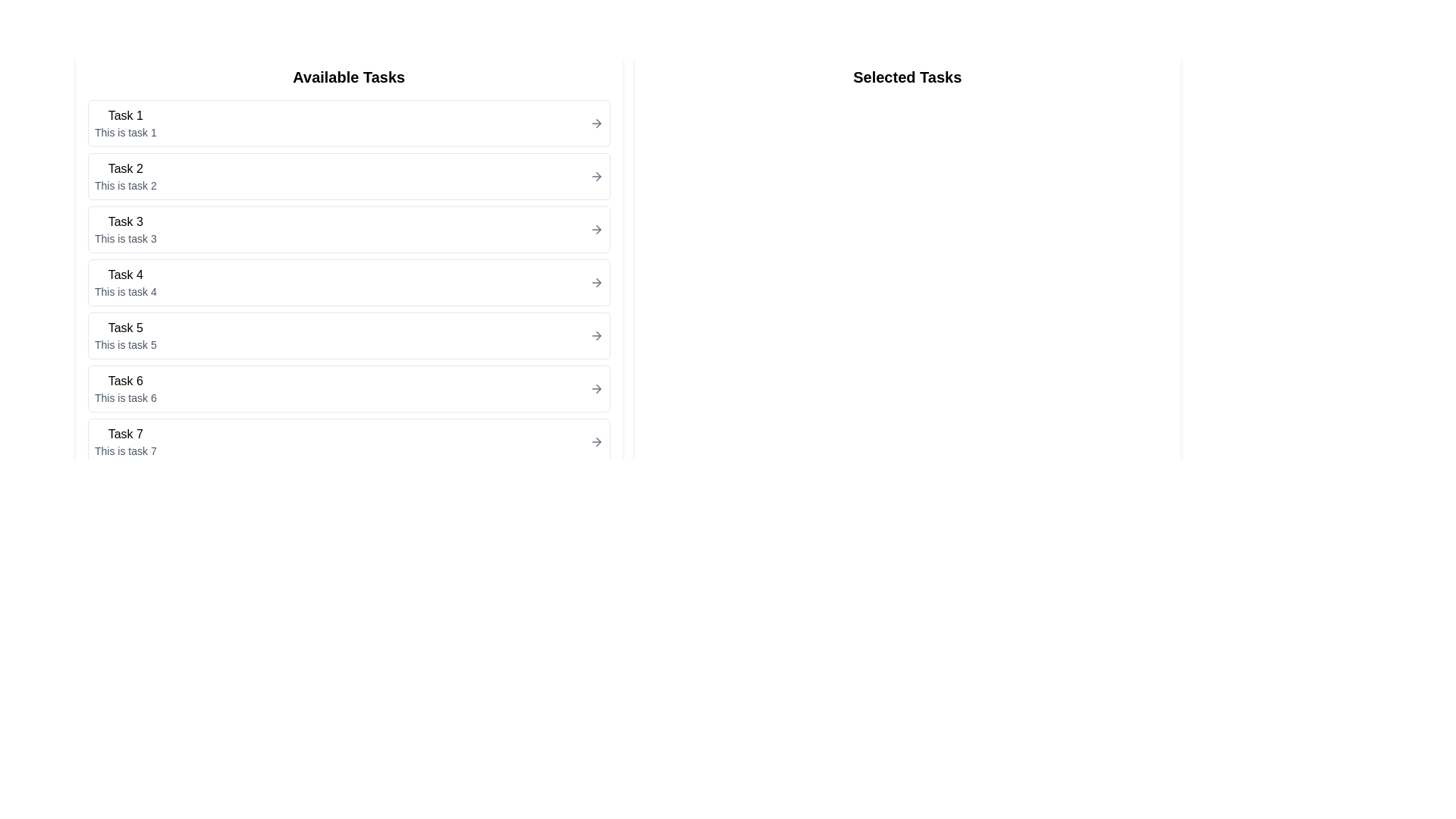 Image resolution: width=1456 pixels, height=819 pixels. Describe the element at coordinates (595, 335) in the screenshot. I see `the rightward pointing arrow icon within the 'Available Tasks' section, located next to 'Task 5', to observe a visual cue` at that location.